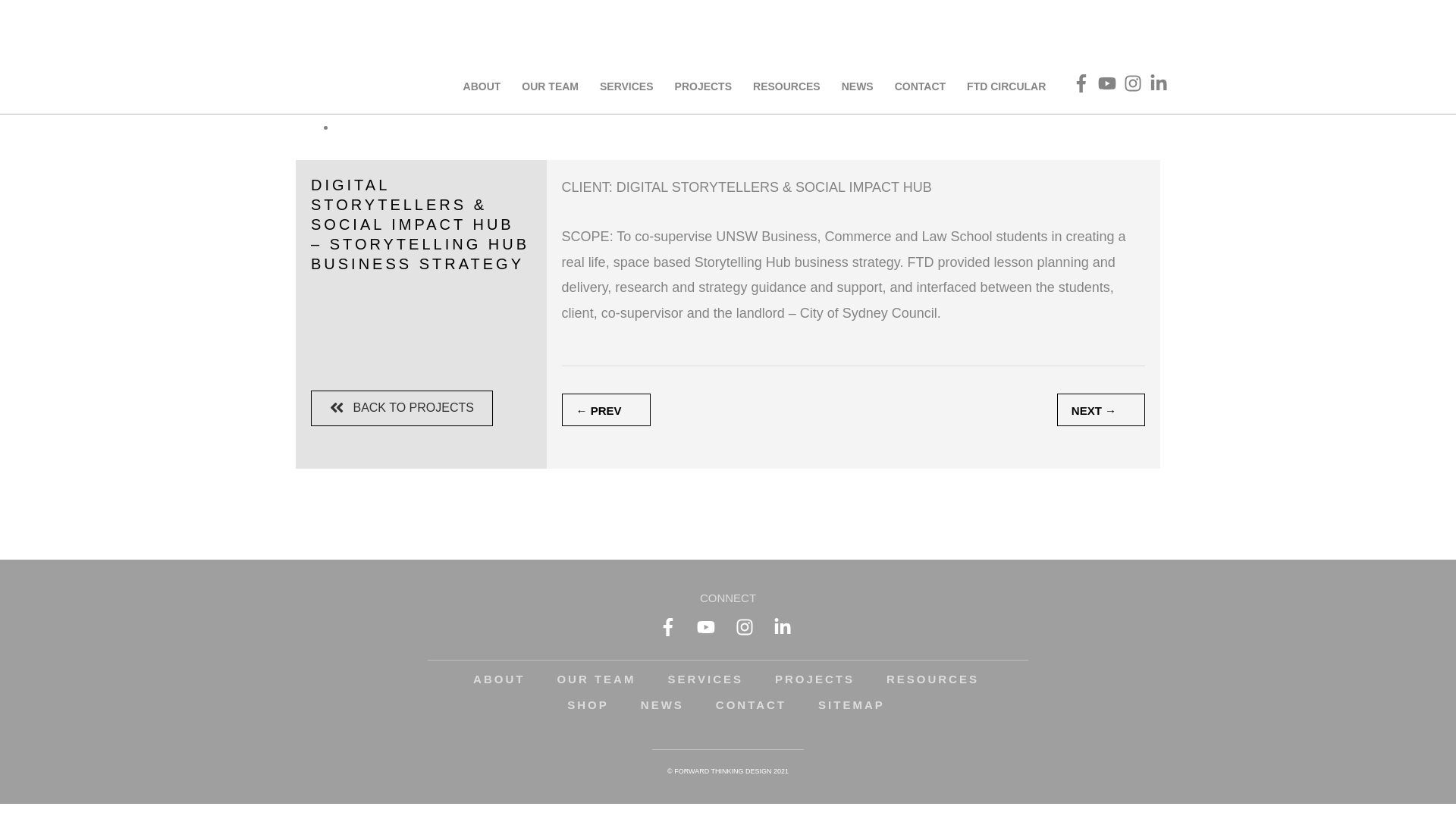 This screenshot has width=1456, height=819. Describe the element at coordinates (498, 678) in the screenshot. I see `'ABOUT'` at that location.